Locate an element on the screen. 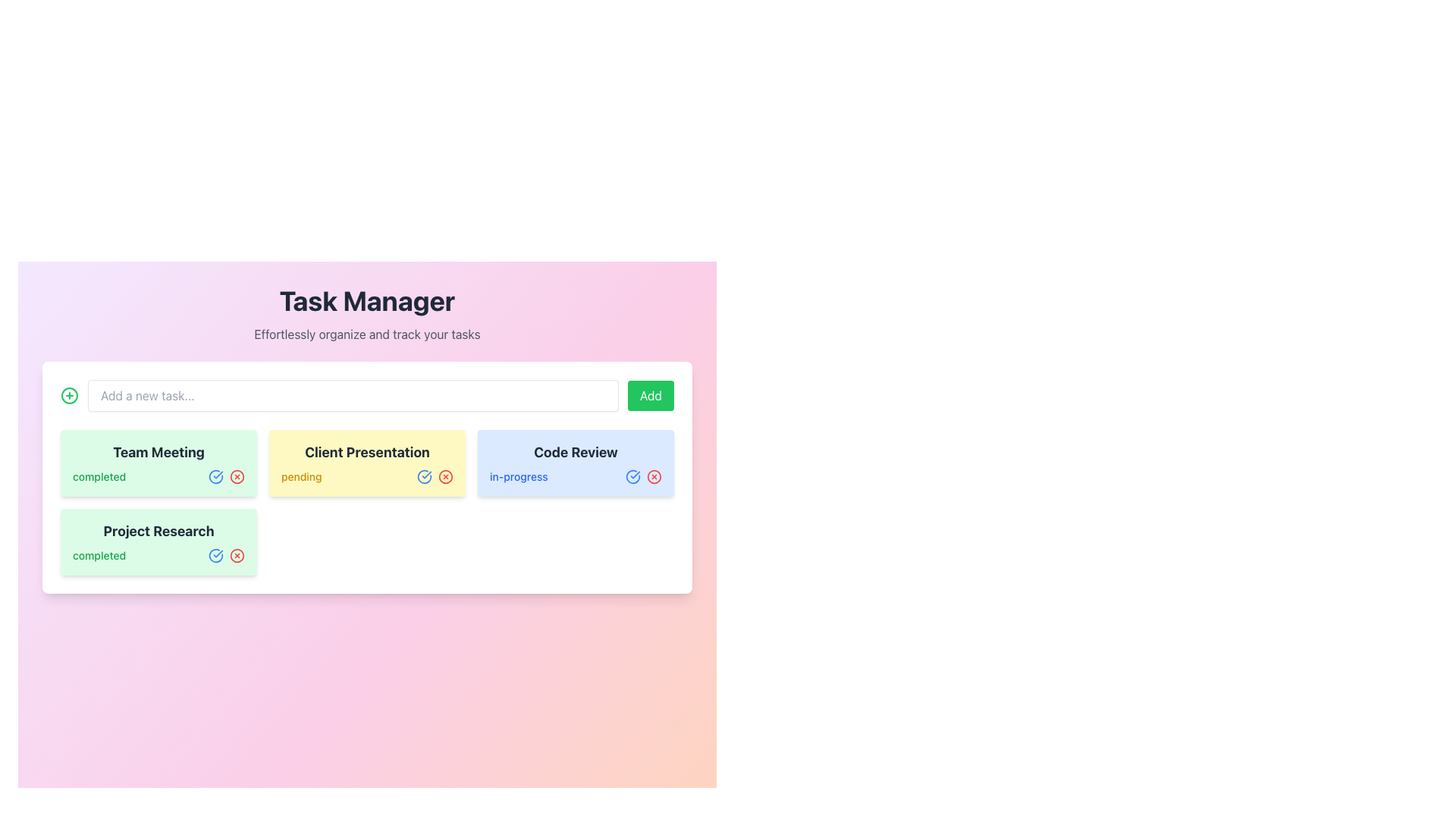 The image size is (1456, 819). the green circular icon with a plus sign, positioned to the left of the text input field for adding a new task is located at coordinates (68, 394).